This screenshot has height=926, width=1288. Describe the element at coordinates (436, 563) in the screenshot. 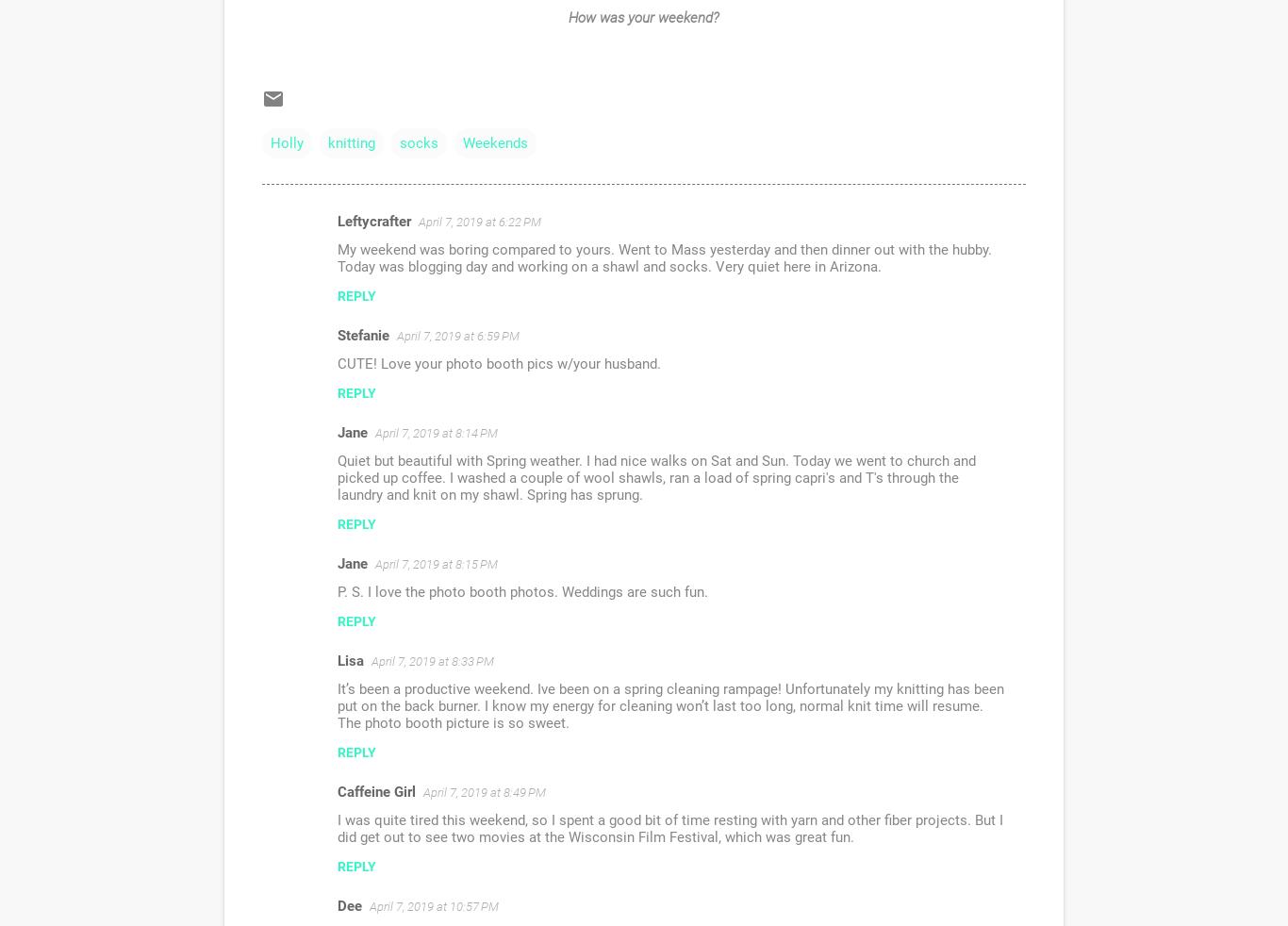

I see `'April 7, 2019 at 8:15 PM'` at that location.